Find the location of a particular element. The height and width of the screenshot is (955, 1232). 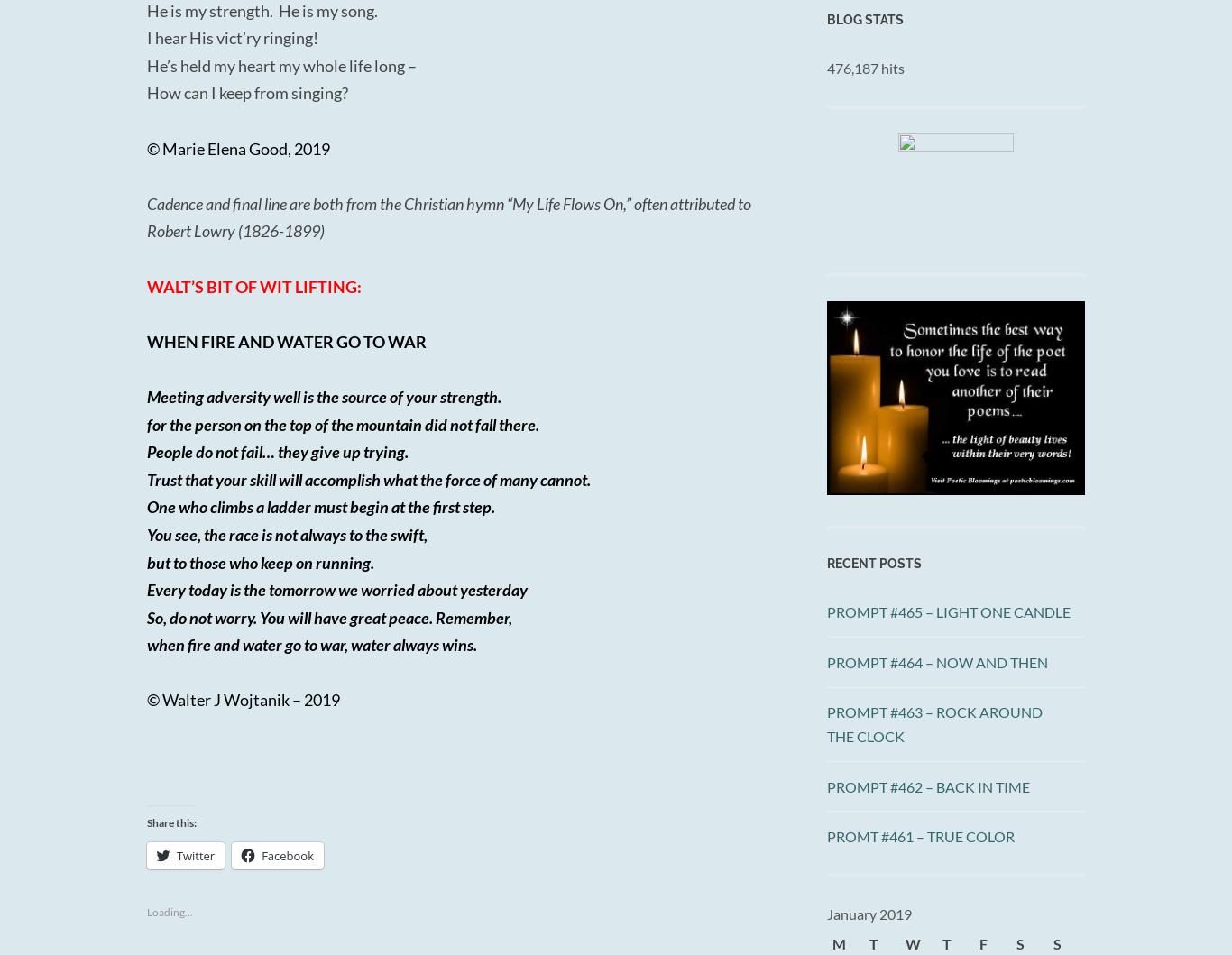

'Trust that your skill will accomplish what the force of many cannot.' is located at coordinates (367, 478).